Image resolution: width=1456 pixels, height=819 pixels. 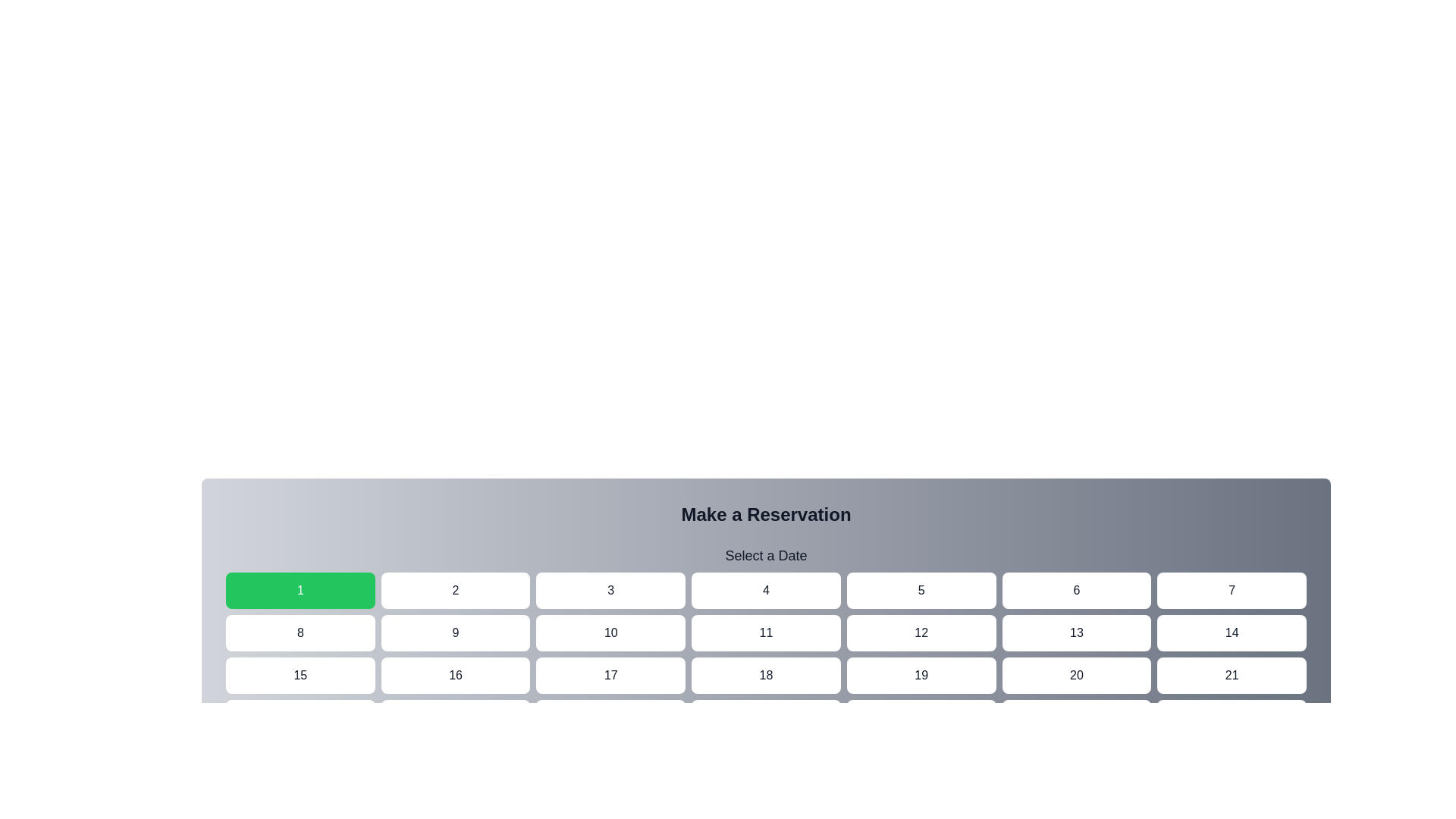 I want to click on the button displaying the number '21' located in the seventh column of the fourth row of the grid layout, so click(x=1232, y=675).